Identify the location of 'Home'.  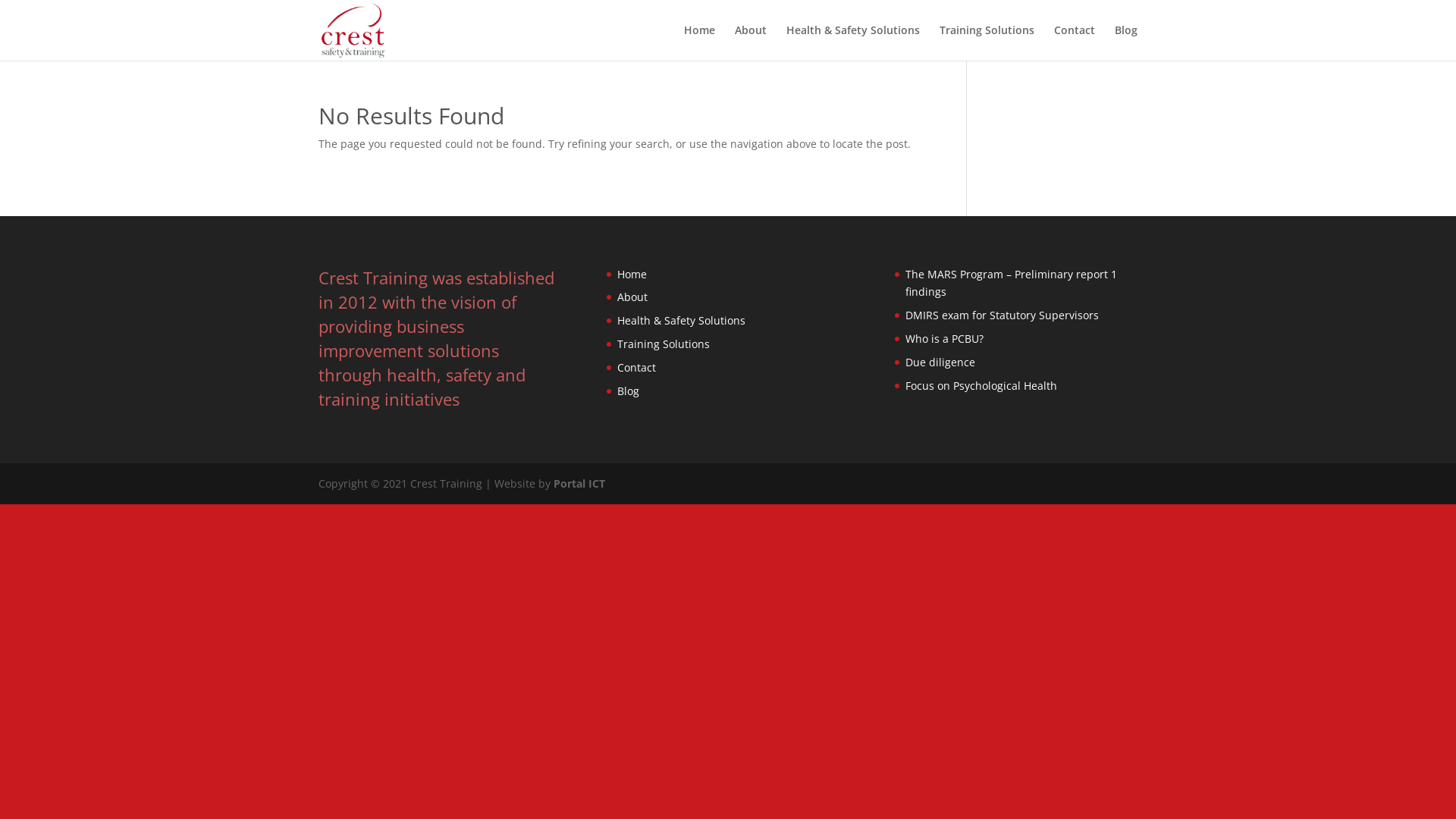
(632, 274).